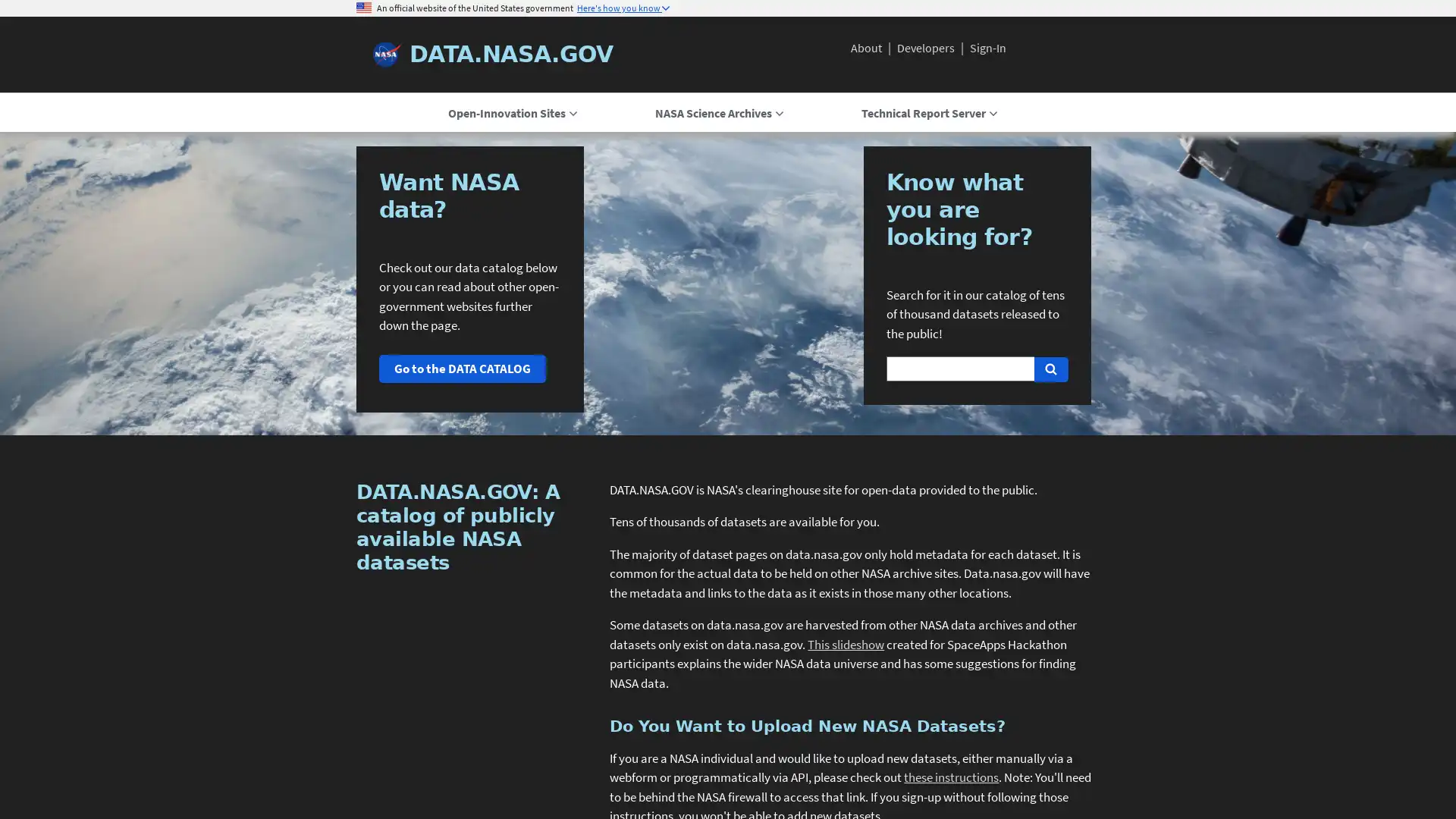 The width and height of the screenshot is (1456, 819). Describe the element at coordinates (927, 112) in the screenshot. I see `Technical Report Server` at that location.